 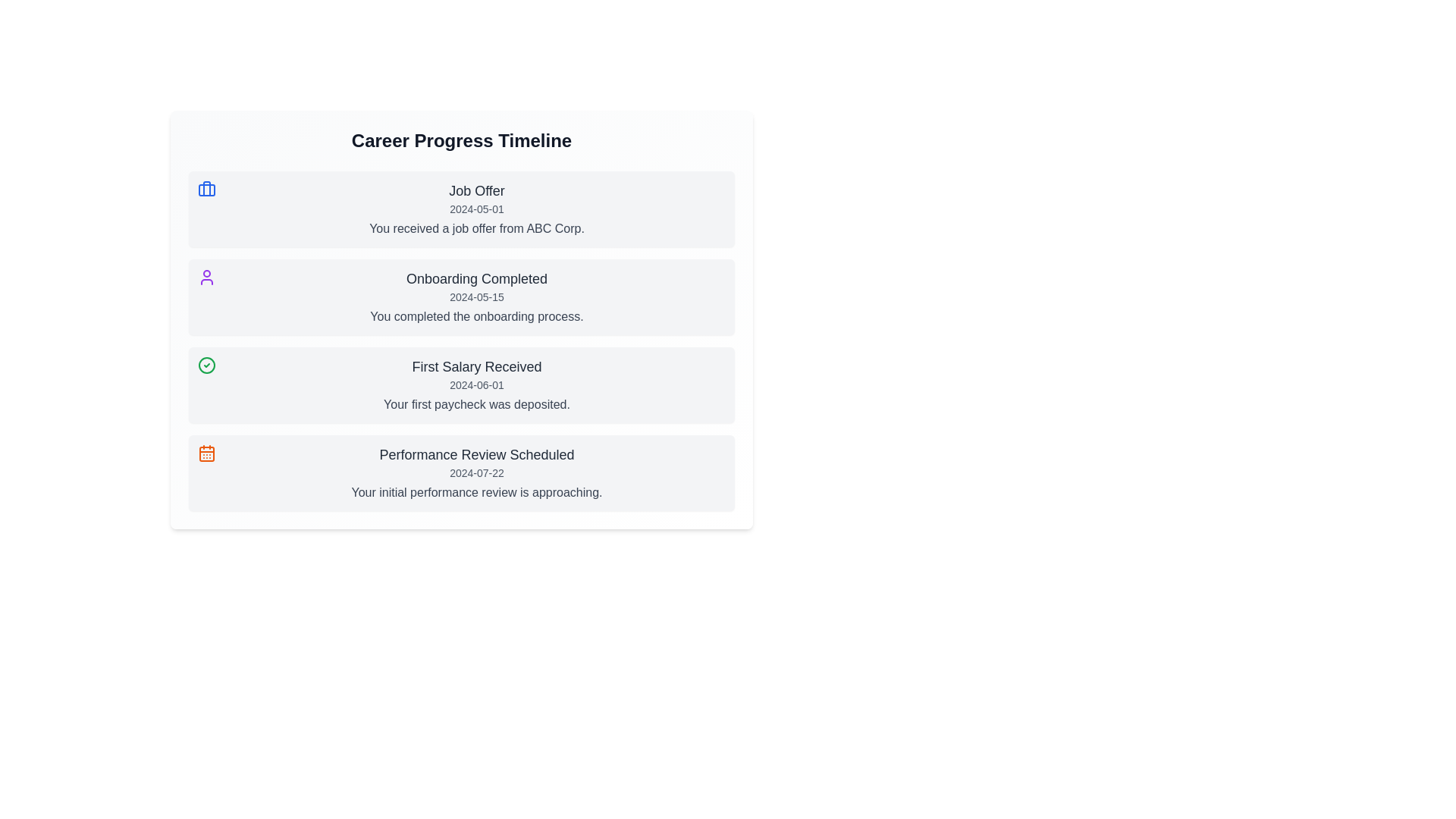 I want to click on the text label located in the fourth row of the timeline section, which provides a label for an event related to the user's career progress, so click(x=475, y=454).